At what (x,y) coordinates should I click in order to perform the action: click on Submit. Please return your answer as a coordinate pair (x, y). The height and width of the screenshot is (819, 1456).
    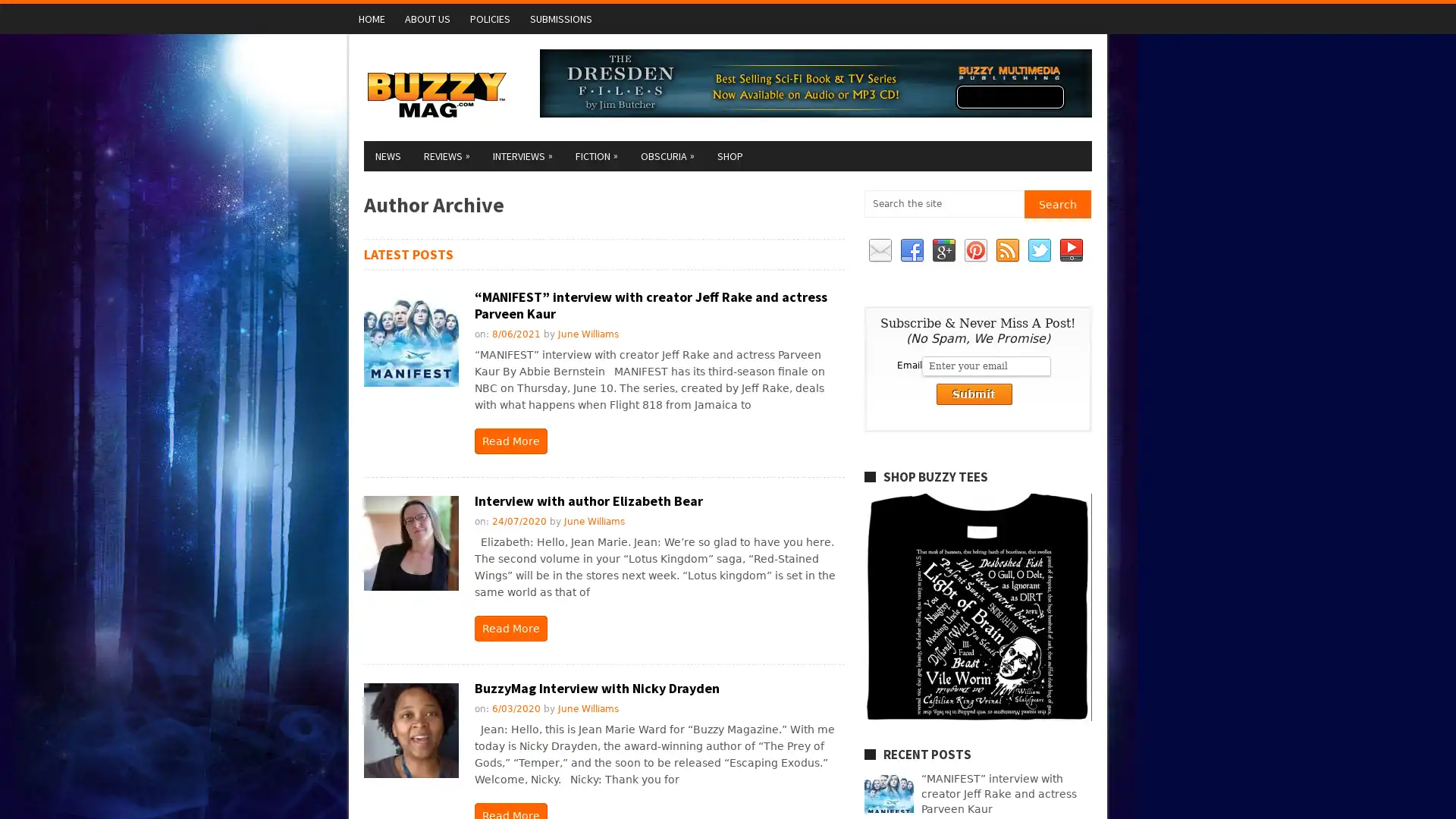
    Looking at the image, I should click on (973, 394).